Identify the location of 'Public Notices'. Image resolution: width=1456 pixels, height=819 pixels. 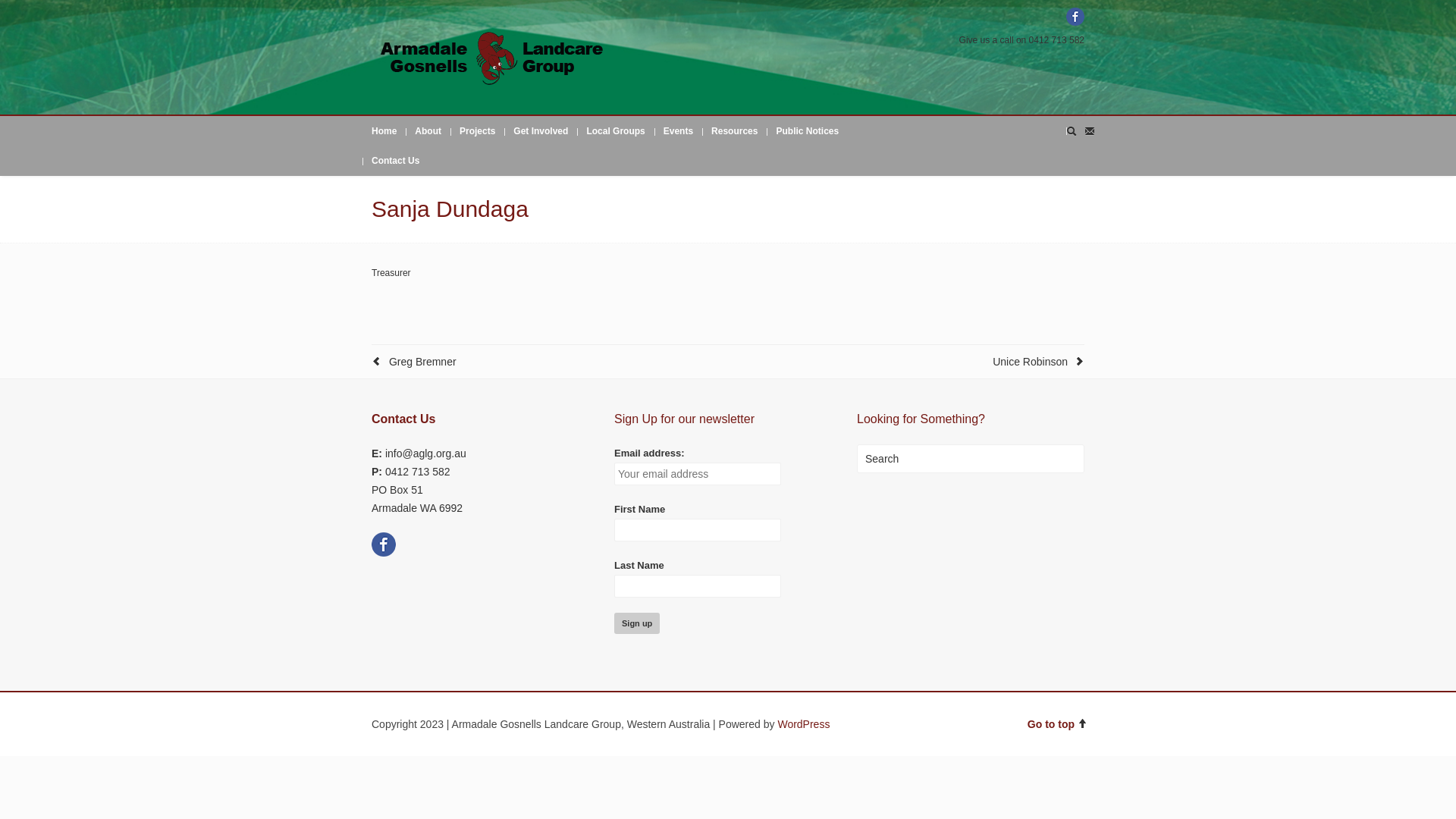
(806, 130).